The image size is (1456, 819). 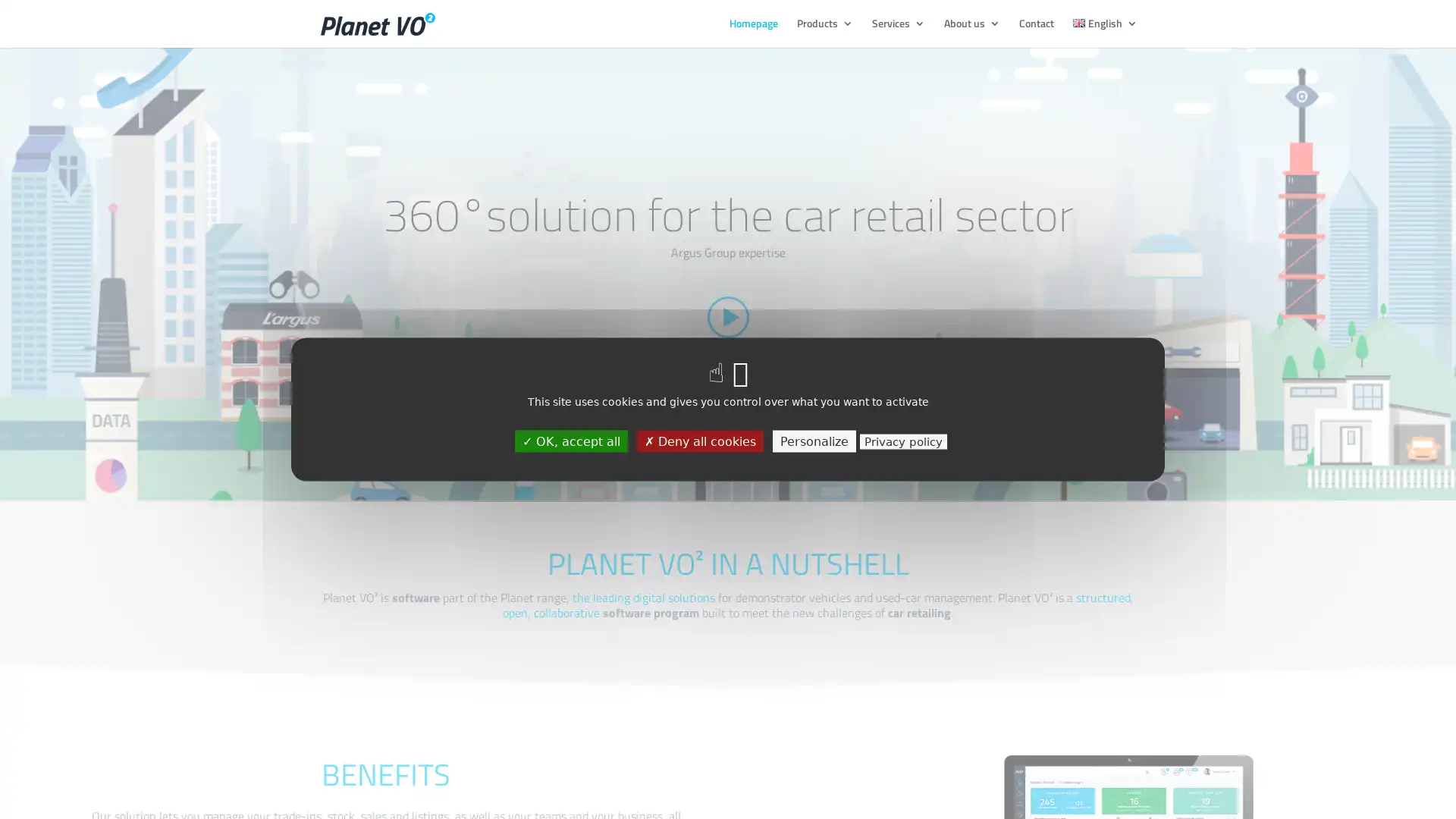 I want to click on Personalize (modal window), so click(x=813, y=441).